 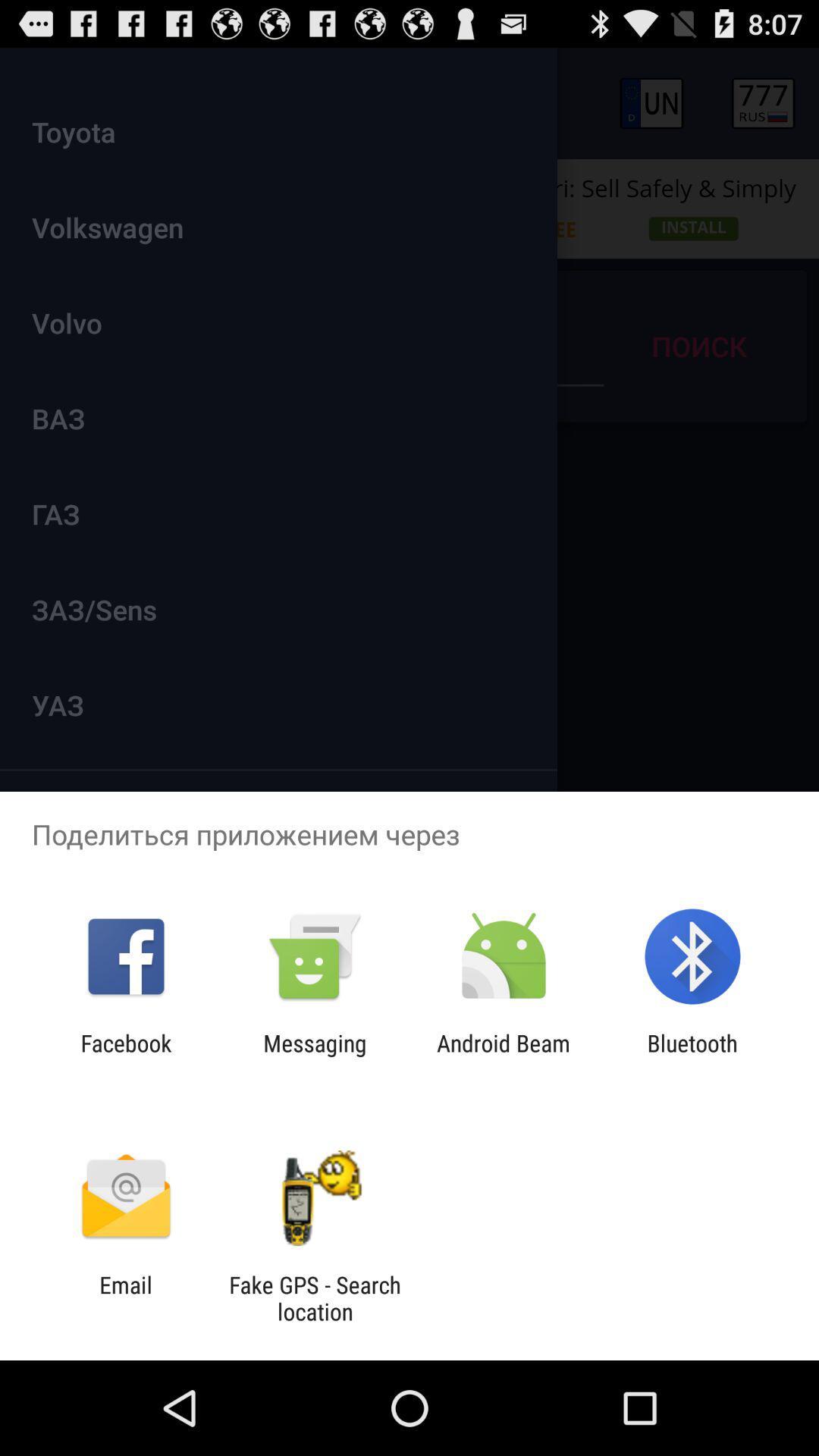 What do you see at coordinates (125, 1056) in the screenshot?
I see `the app to the left of the messaging item` at bounding box center [125, 1056].